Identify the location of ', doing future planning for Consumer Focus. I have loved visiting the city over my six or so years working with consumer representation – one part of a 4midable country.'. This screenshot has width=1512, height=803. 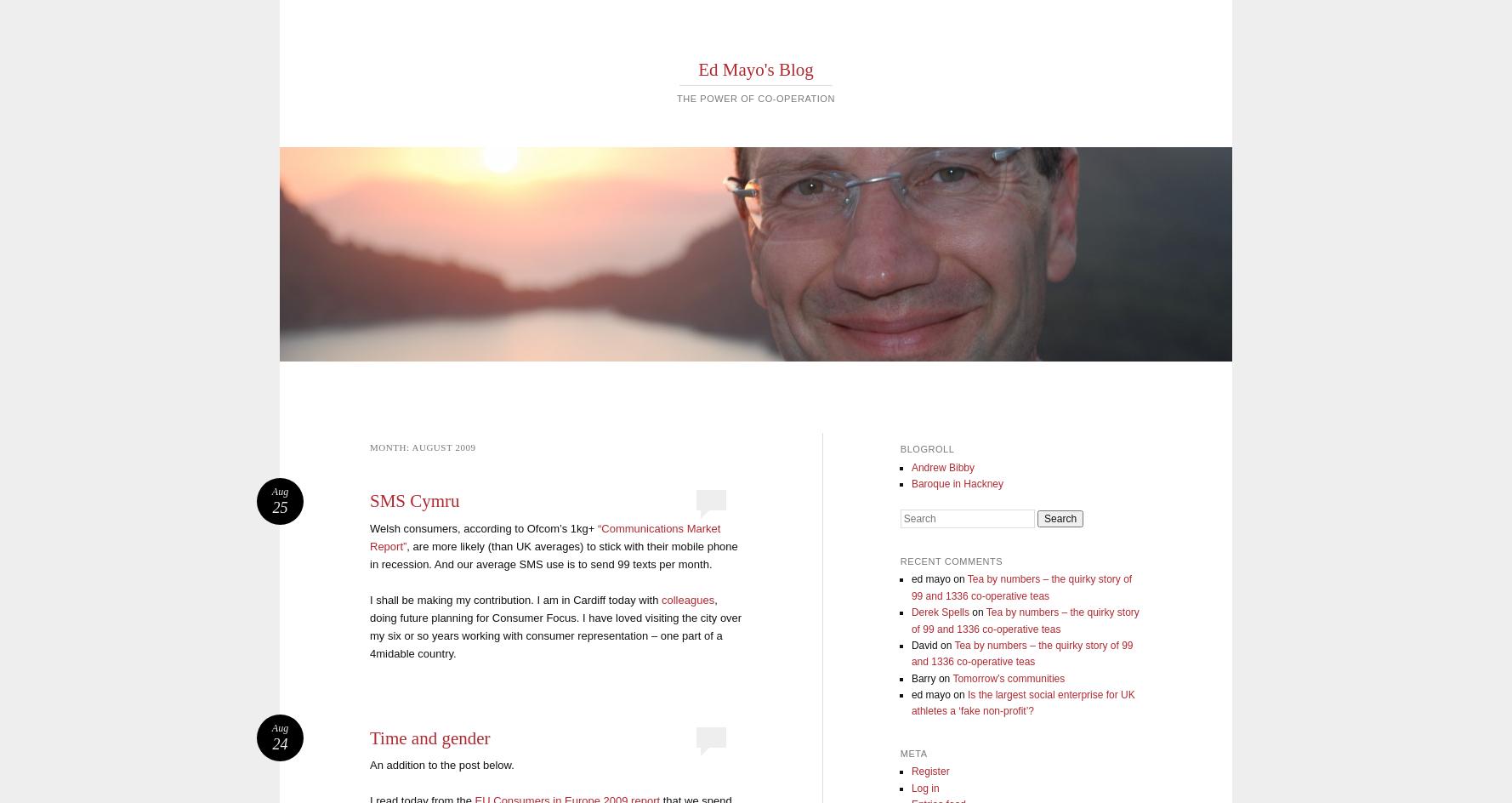
(370, 626).